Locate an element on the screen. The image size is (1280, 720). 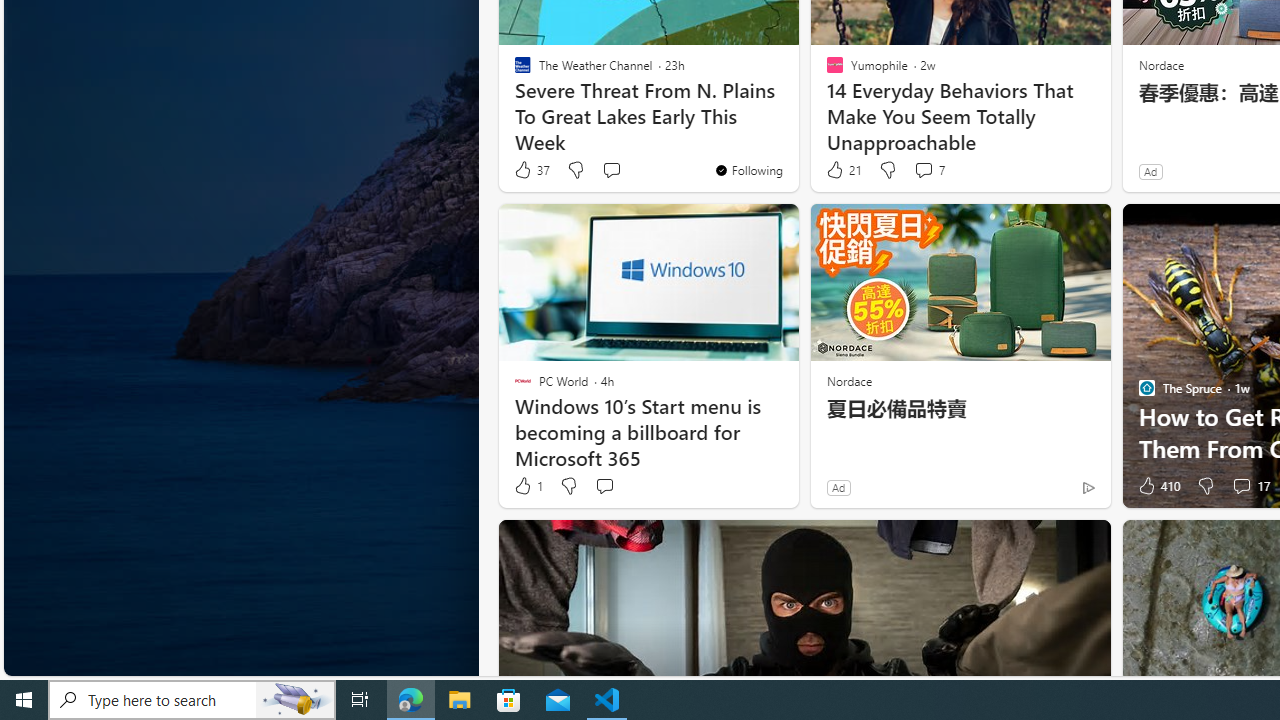
'View comments 17 Comment' is located at coordinates (1248, 486).